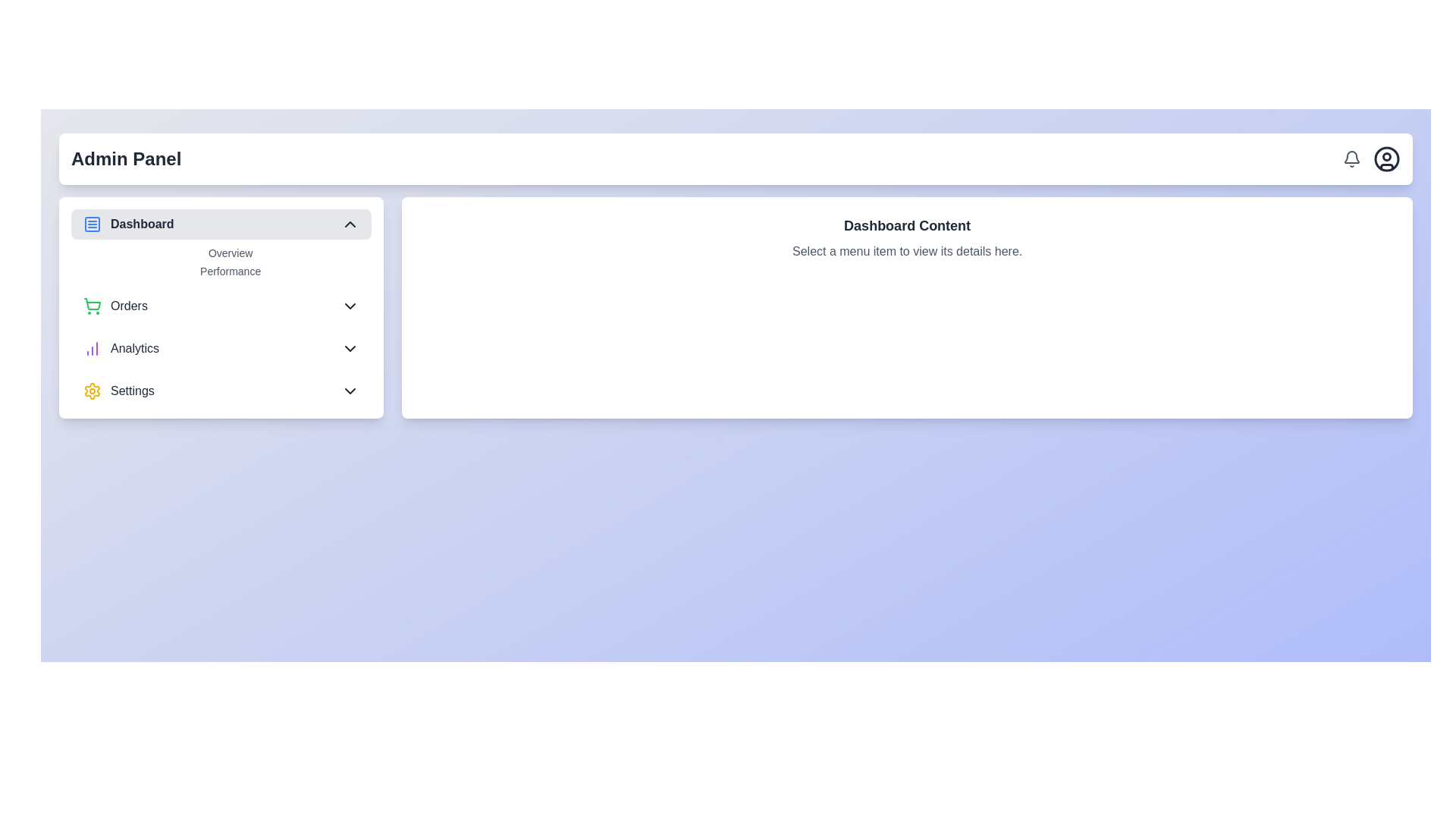 Image resolution: width=1456 pixels, height=819 pixels. What do you see at coordinates (350, 348) in the screenshot?
I see `the downward-pointing chevron icon button located to the far-right of the 'Analytics' text in the left-hand navigation panel` at bounding box center [350, 348].